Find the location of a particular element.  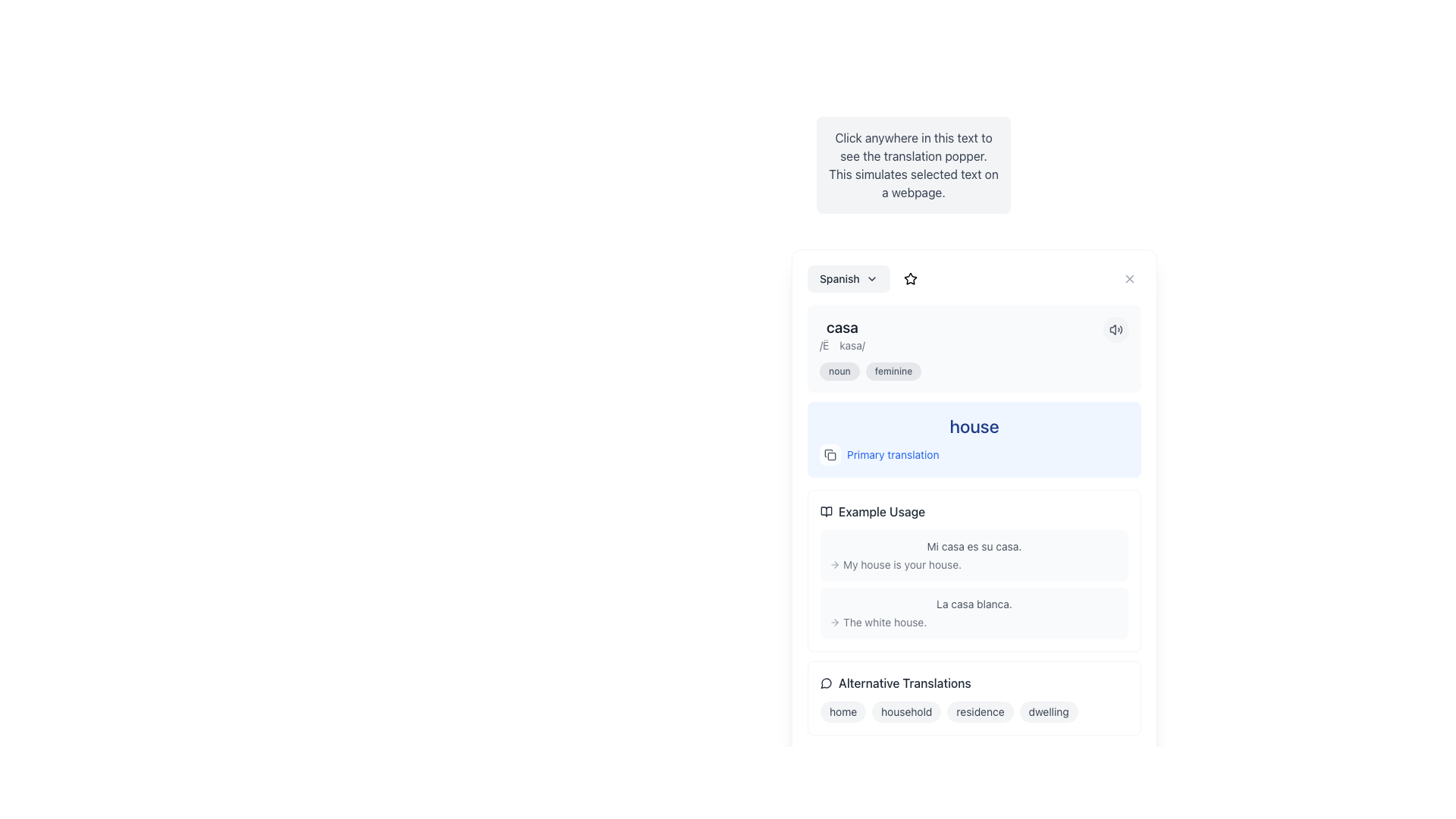

the navigational arrow icon located to the far left of the text 'My house is your house.' is located at coordinates (833, 564).